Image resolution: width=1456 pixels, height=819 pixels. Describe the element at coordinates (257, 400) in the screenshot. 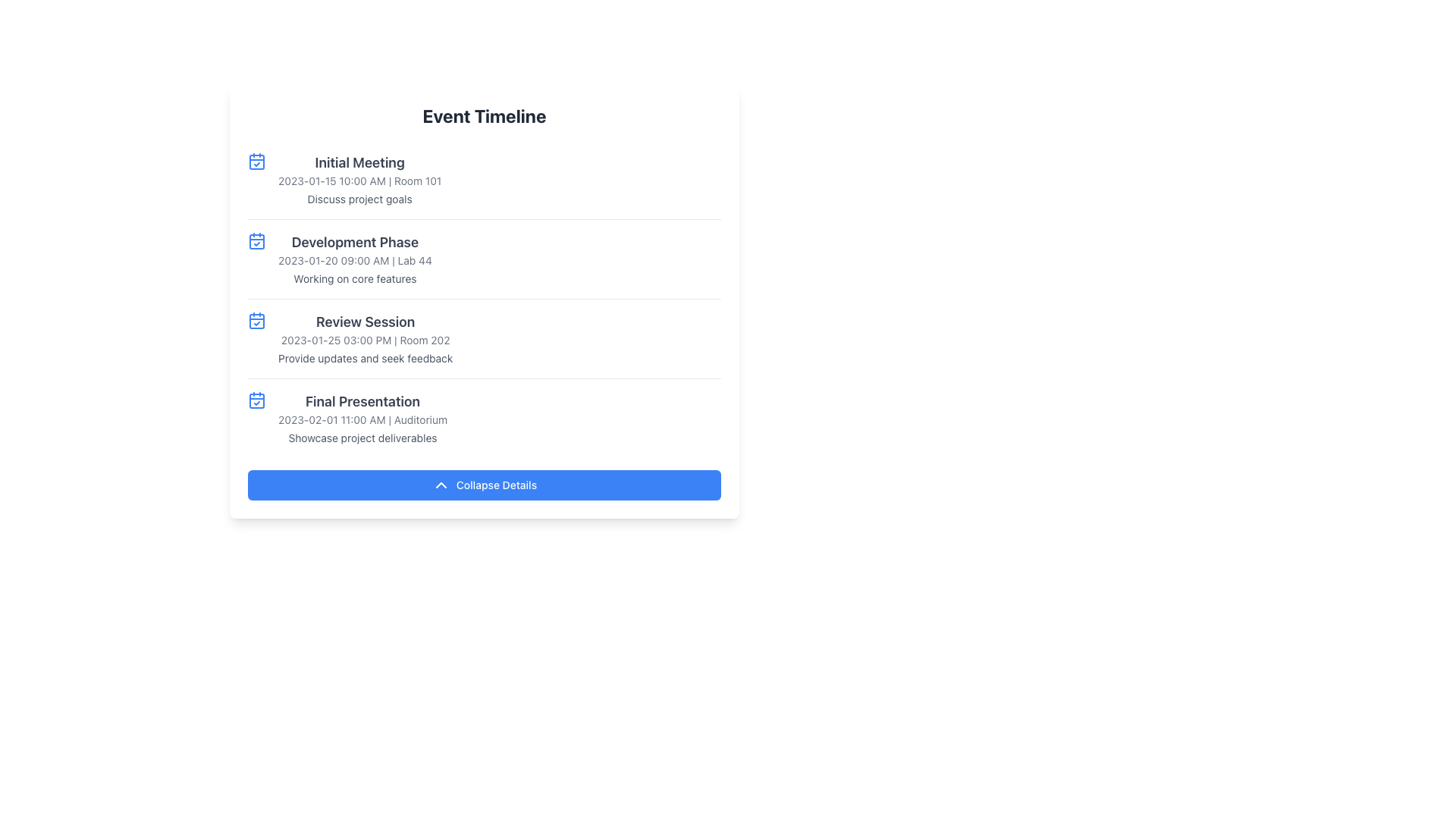

I see `the 'Final Presentation' event icon located in the fourth row of the timeline` at that location.